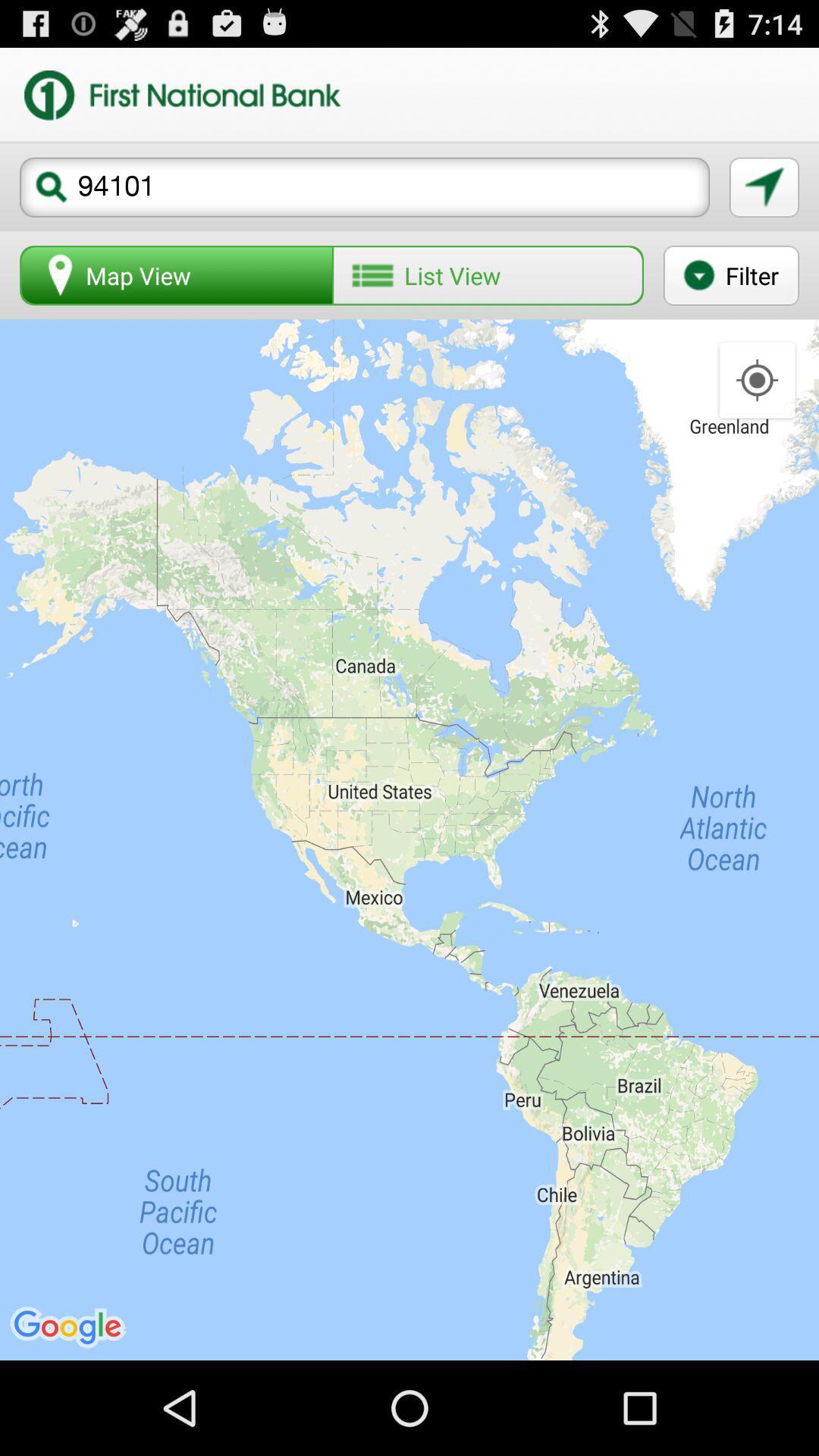  Describe the element at coordinates (176, 275) in the screenshot. I see `icon next to the list view` at that location.